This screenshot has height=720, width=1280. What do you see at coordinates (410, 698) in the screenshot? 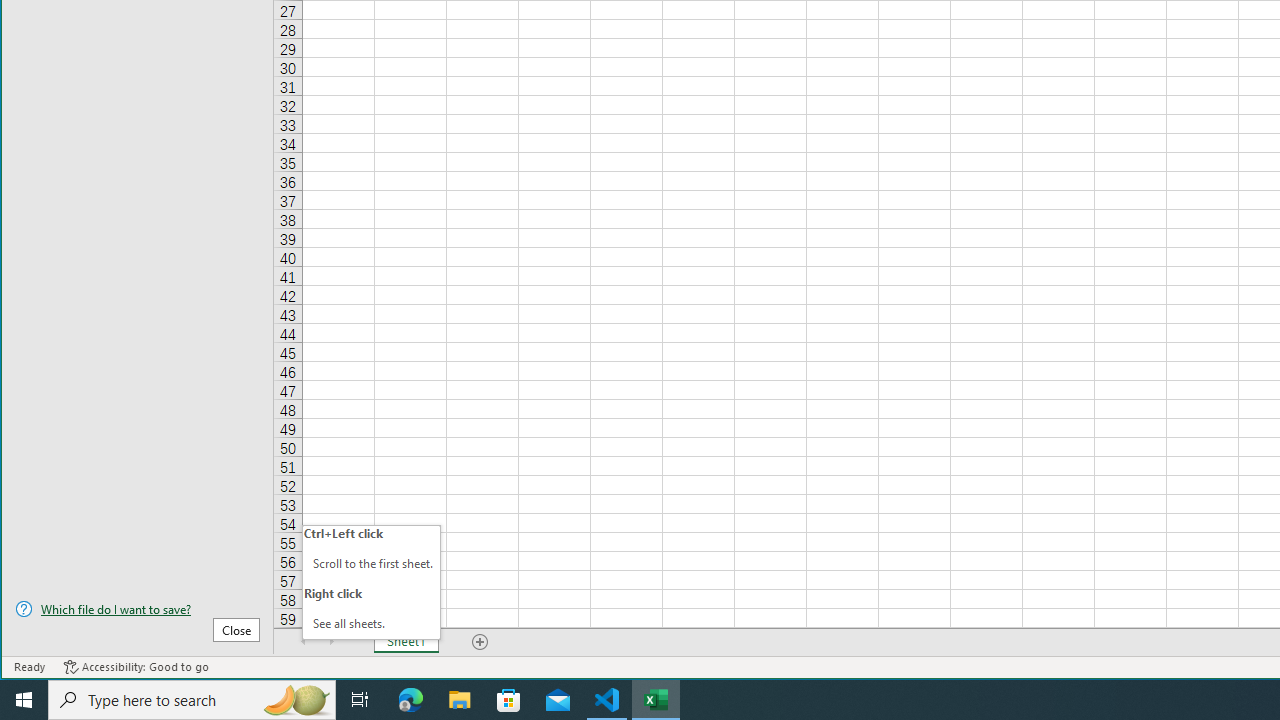
I see `'Microsoft Edge'` at bounding box center [410, 698].